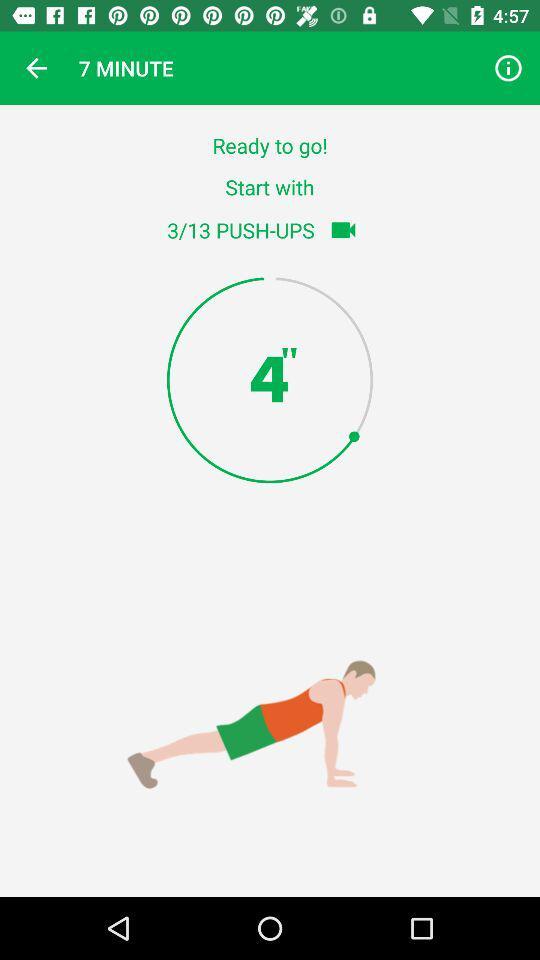 The height and width of the screenshot is (960, 540). What do you see at coordinates (508, 68) in the screenshot?
I see `the icon to the right of the 7 minute item` at bounding box center [508, 68].